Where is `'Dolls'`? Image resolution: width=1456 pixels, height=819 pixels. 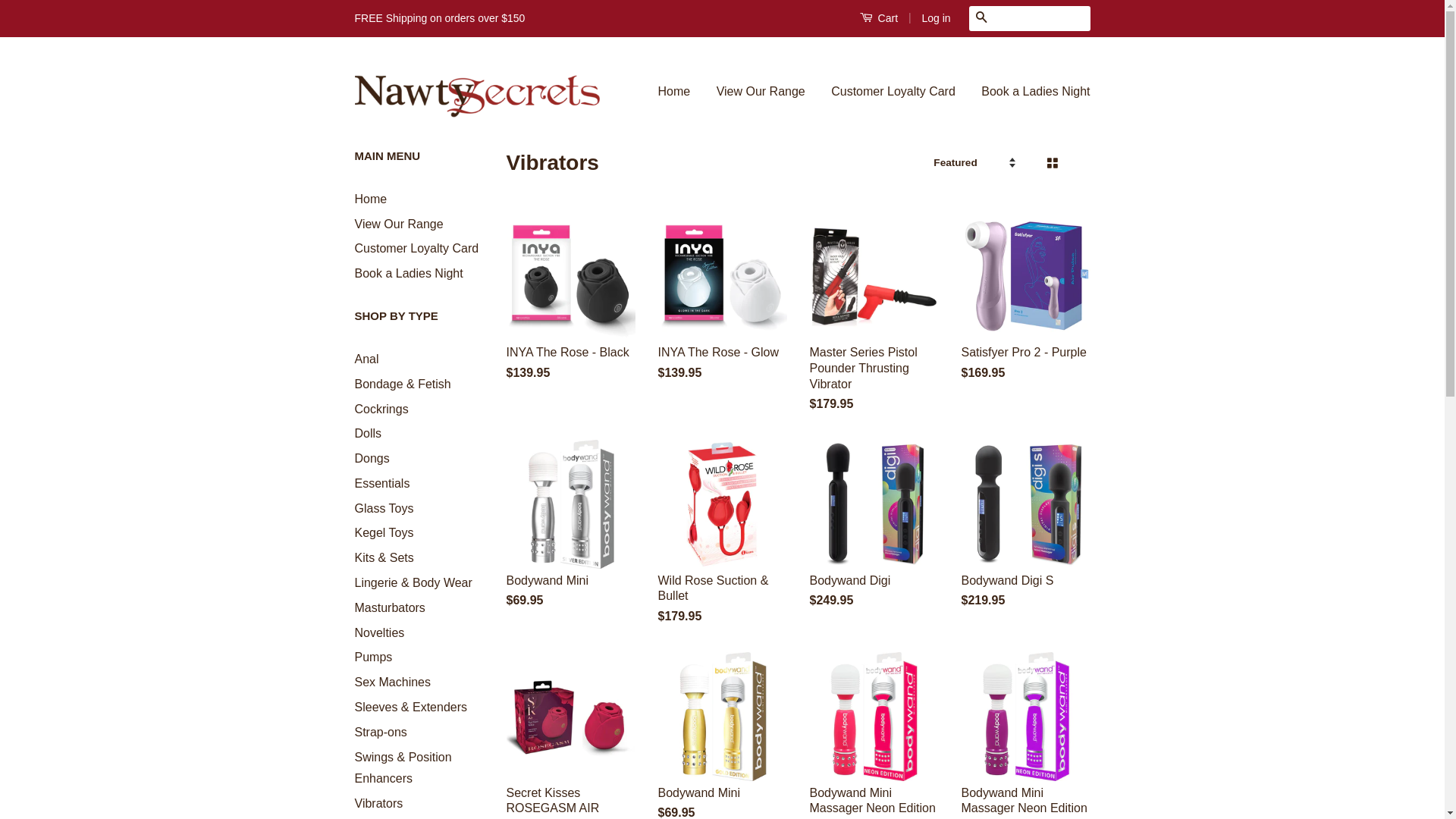
'Dolls' is located at coordinates (368, 433).